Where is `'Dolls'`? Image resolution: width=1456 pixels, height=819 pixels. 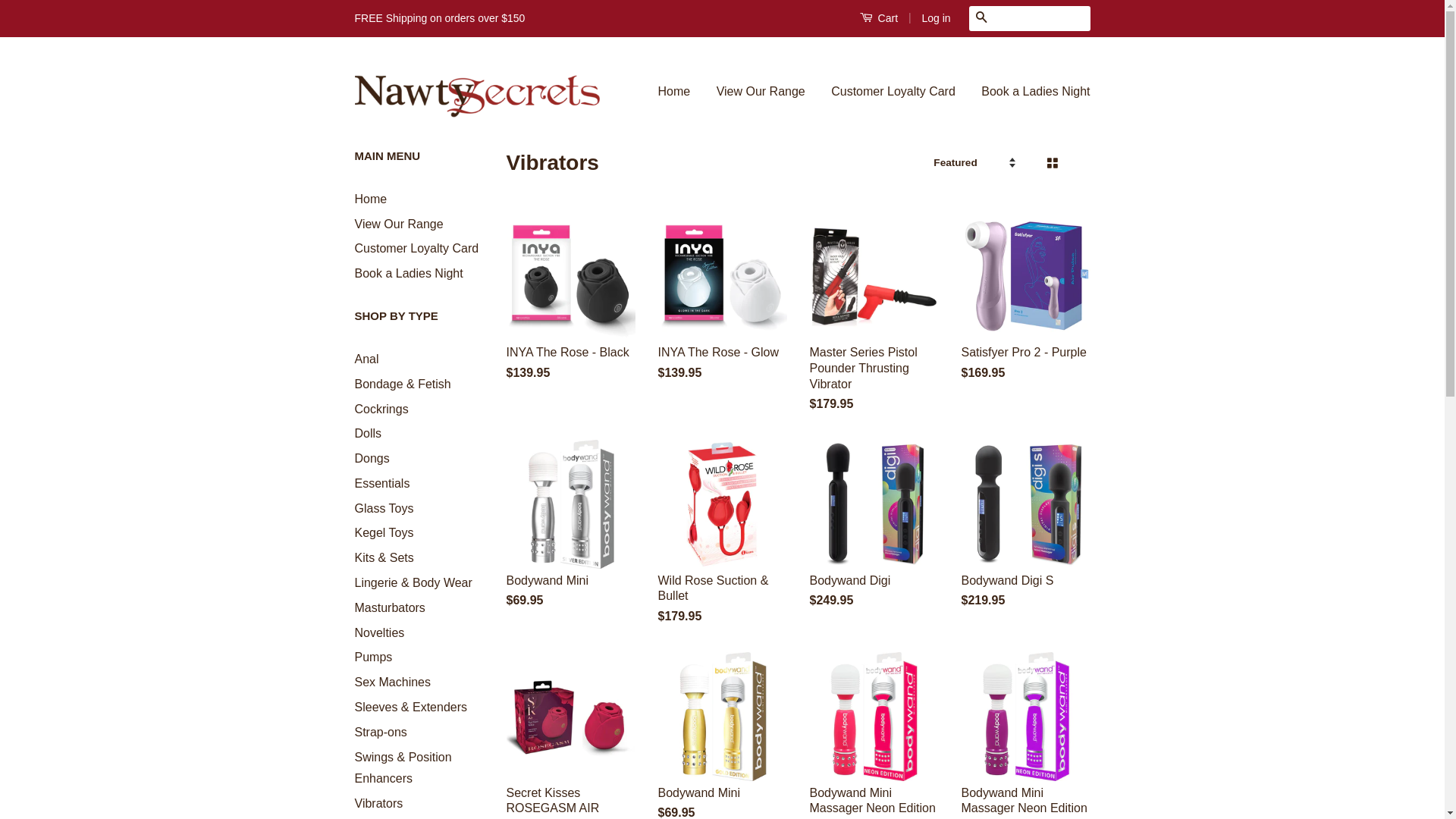
'Dolls' is located at coordinates (368, 433).